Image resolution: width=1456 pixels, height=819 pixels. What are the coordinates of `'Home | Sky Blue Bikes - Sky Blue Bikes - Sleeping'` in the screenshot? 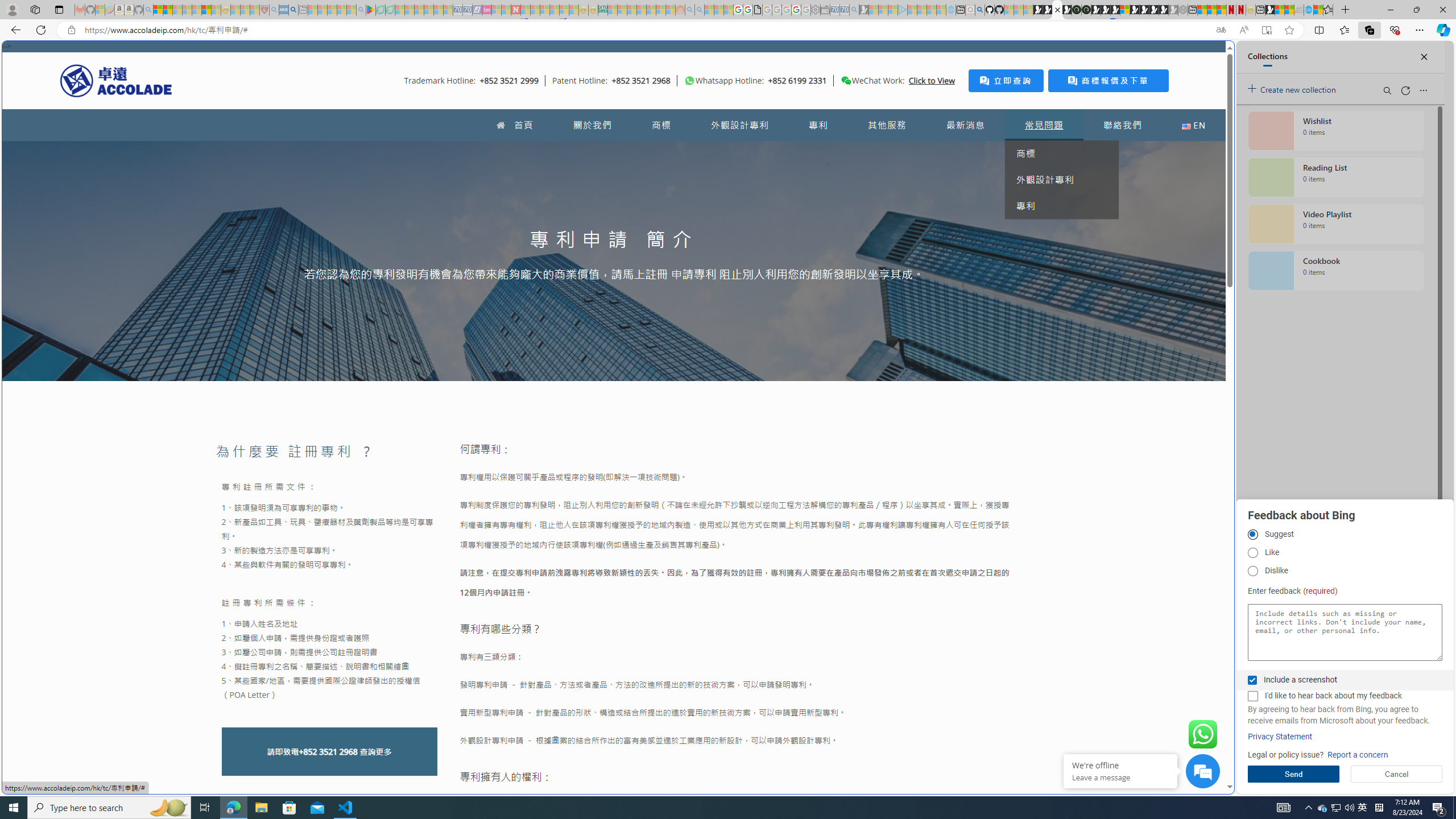 It's located at (950, 9).